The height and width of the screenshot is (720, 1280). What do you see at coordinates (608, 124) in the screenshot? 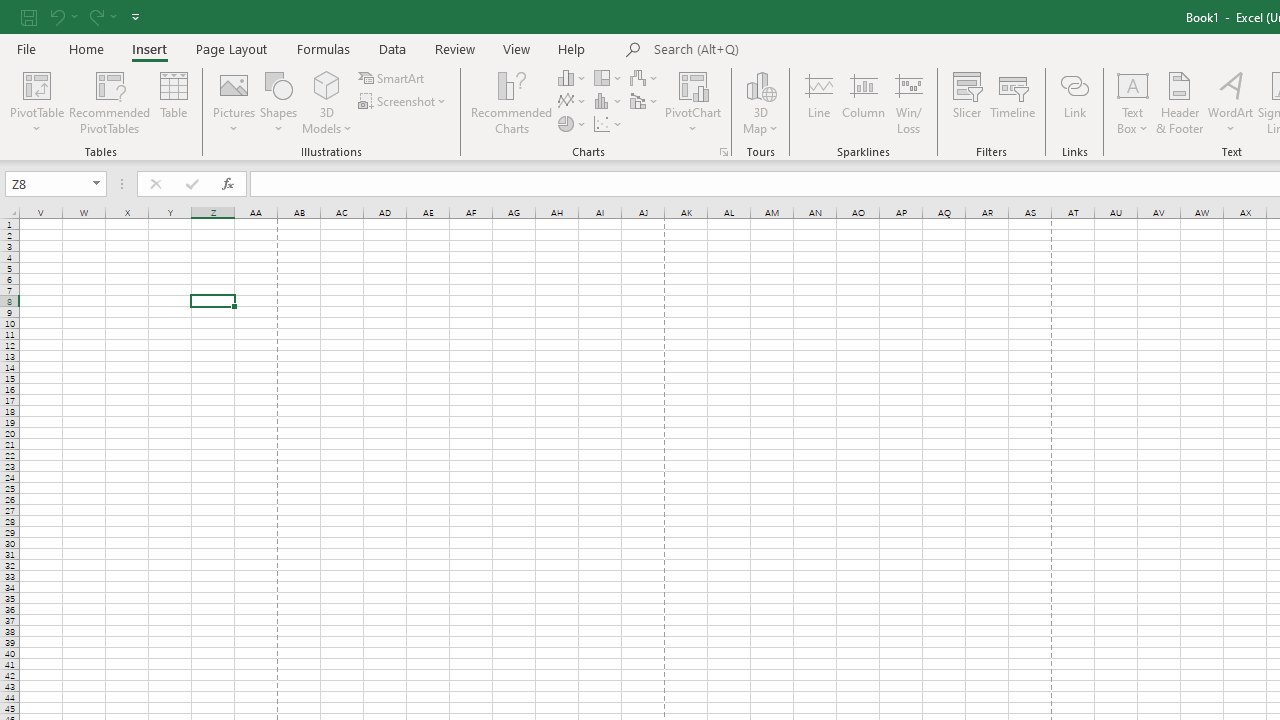
I see `'Insert Scatter (X, Y) or Bubble Chart'` at bounding box center [608, 124].